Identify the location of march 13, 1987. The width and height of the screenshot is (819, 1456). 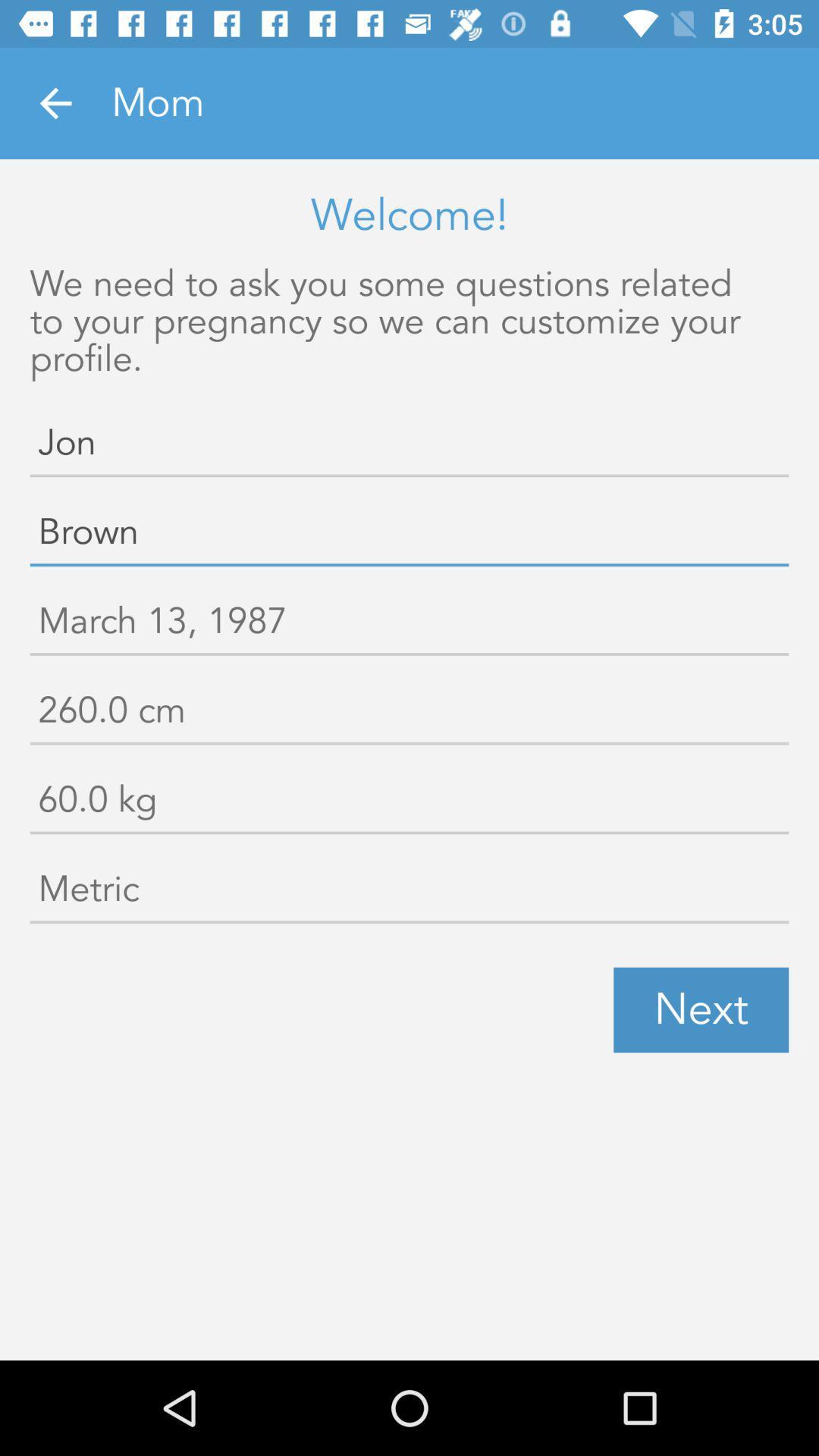
(409, 624).